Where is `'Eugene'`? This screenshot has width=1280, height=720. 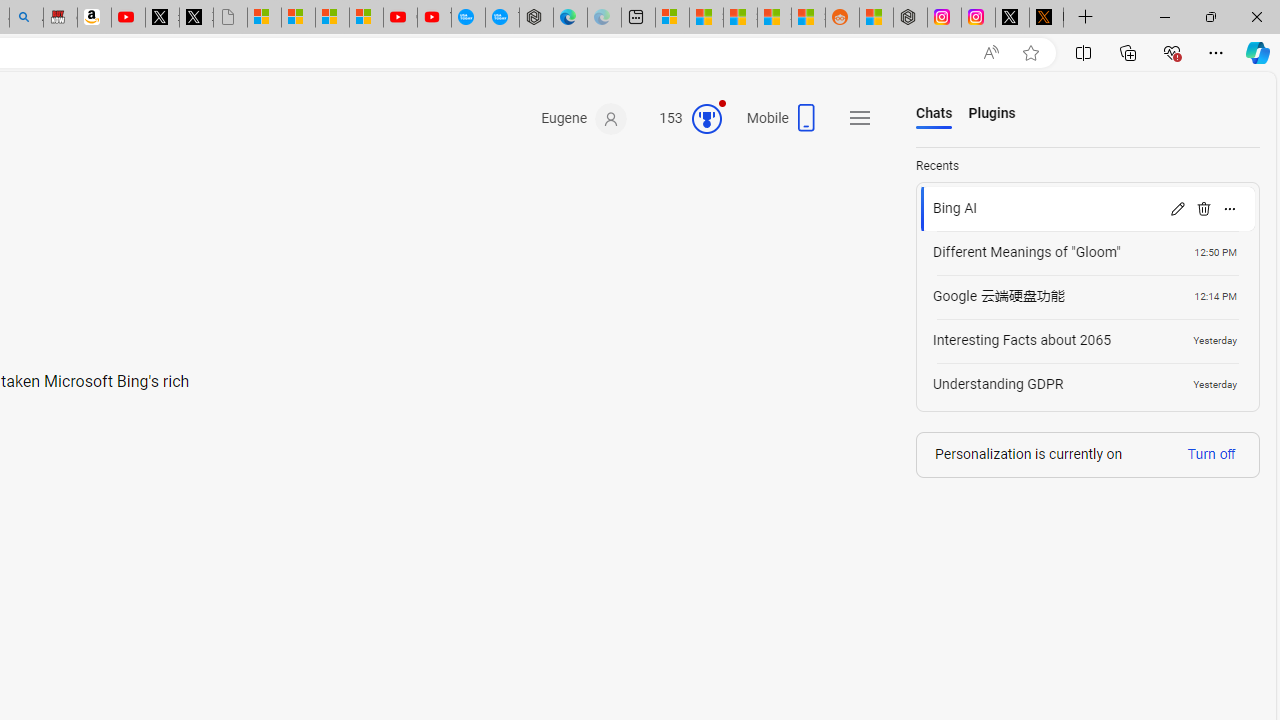
'Eugene' is located at coordinates (583, 119).